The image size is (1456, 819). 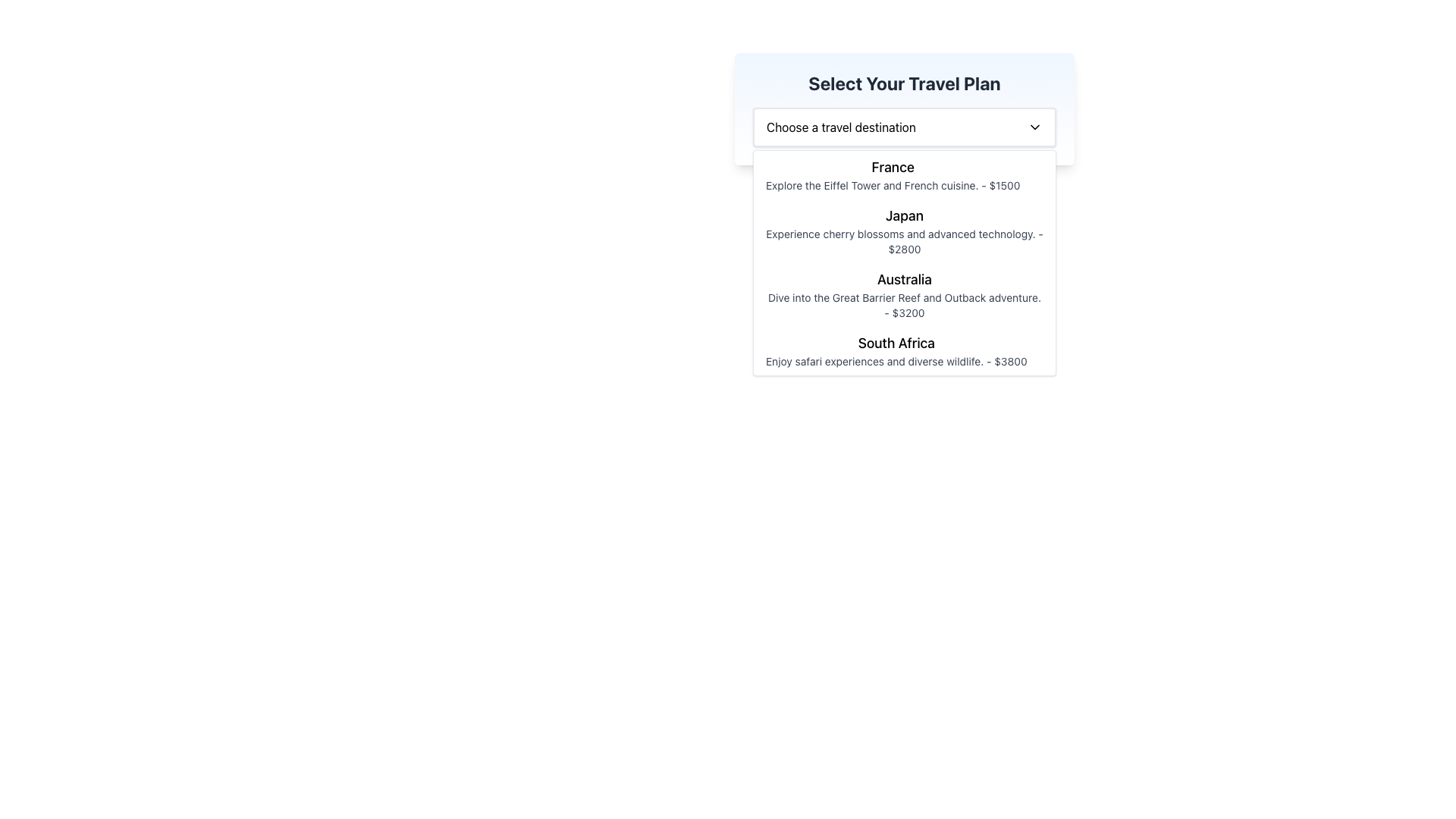 What do you see at coordinates (905, 295) in the screenshot?
I see `to select the travel option 'Australia' from the dropdown menu, which is the third option listed after 'France' and 'Japan'` at bounding box center [905, 295].